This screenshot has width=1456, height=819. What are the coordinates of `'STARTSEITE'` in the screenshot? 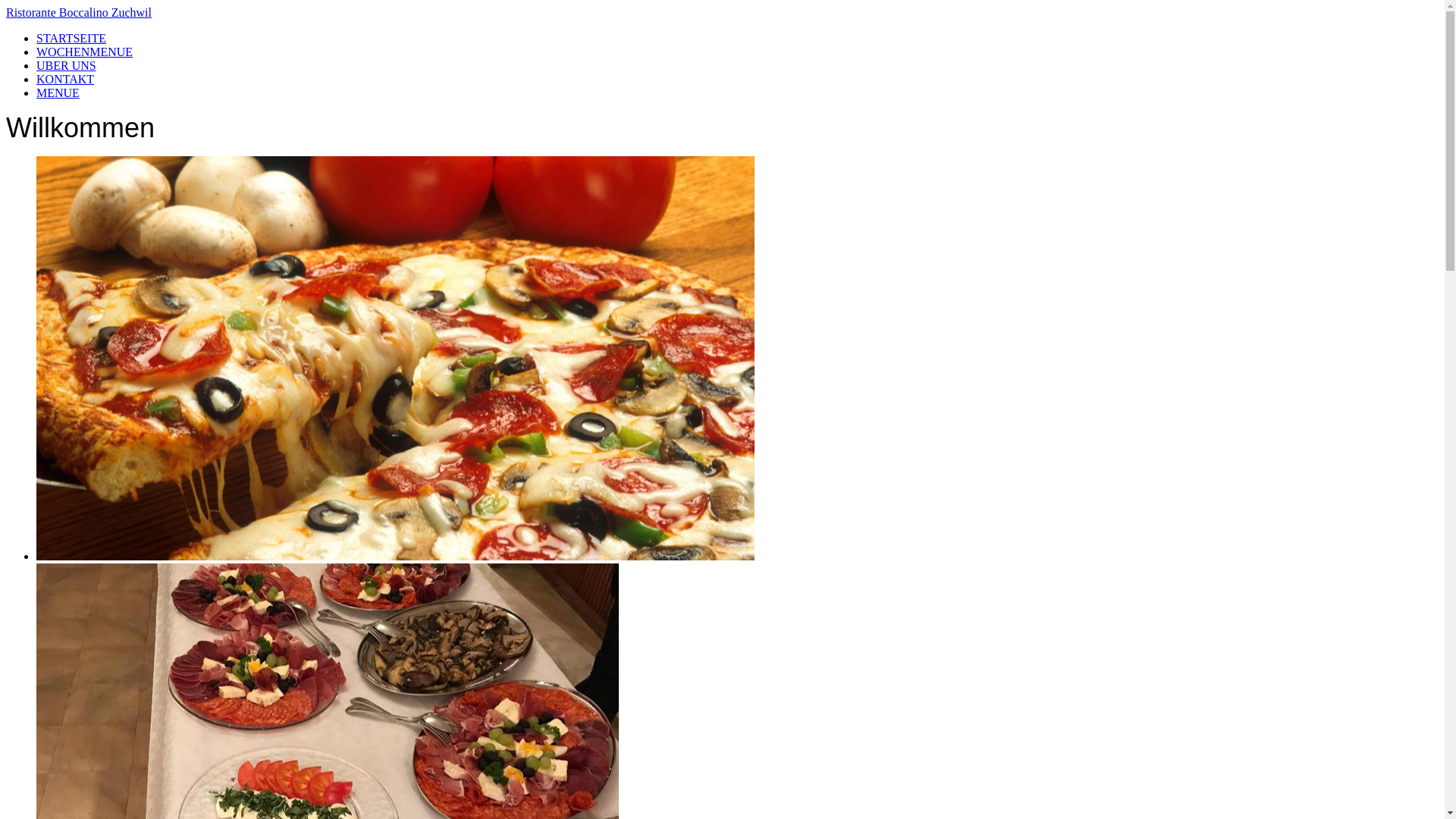 It's located at (71, 37).